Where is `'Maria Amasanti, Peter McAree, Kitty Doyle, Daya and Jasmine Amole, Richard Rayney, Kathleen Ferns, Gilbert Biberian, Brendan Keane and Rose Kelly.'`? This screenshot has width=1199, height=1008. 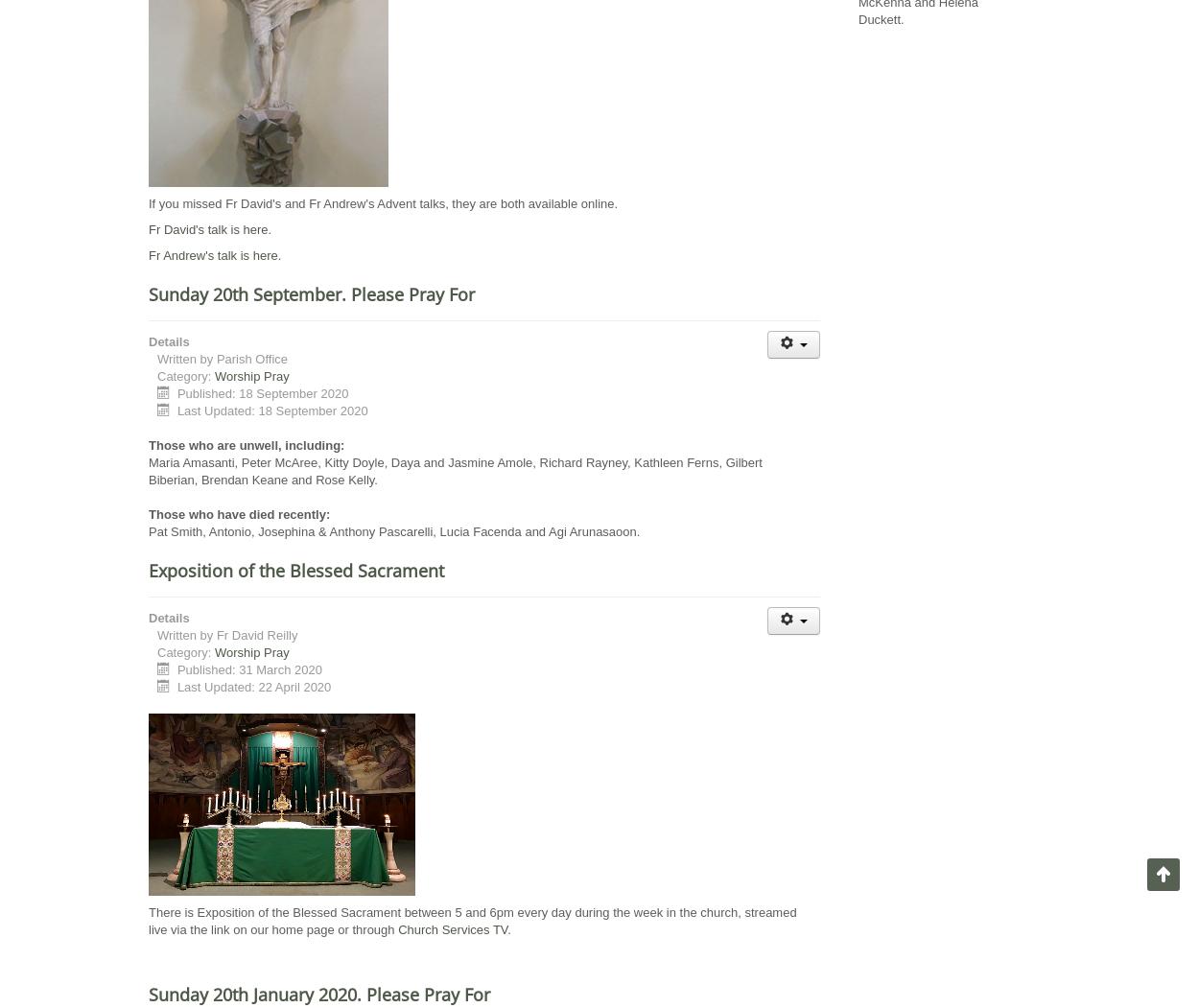
'Maria Amasanti, Peter McAree, Kitty Doyle, Daya and Jasmine Amole, Richard Rayney, Kathleen Ferns, Gilbert Biberian, Brendan Keane and Rose Kelly.' is located at coordinates (454, 471).